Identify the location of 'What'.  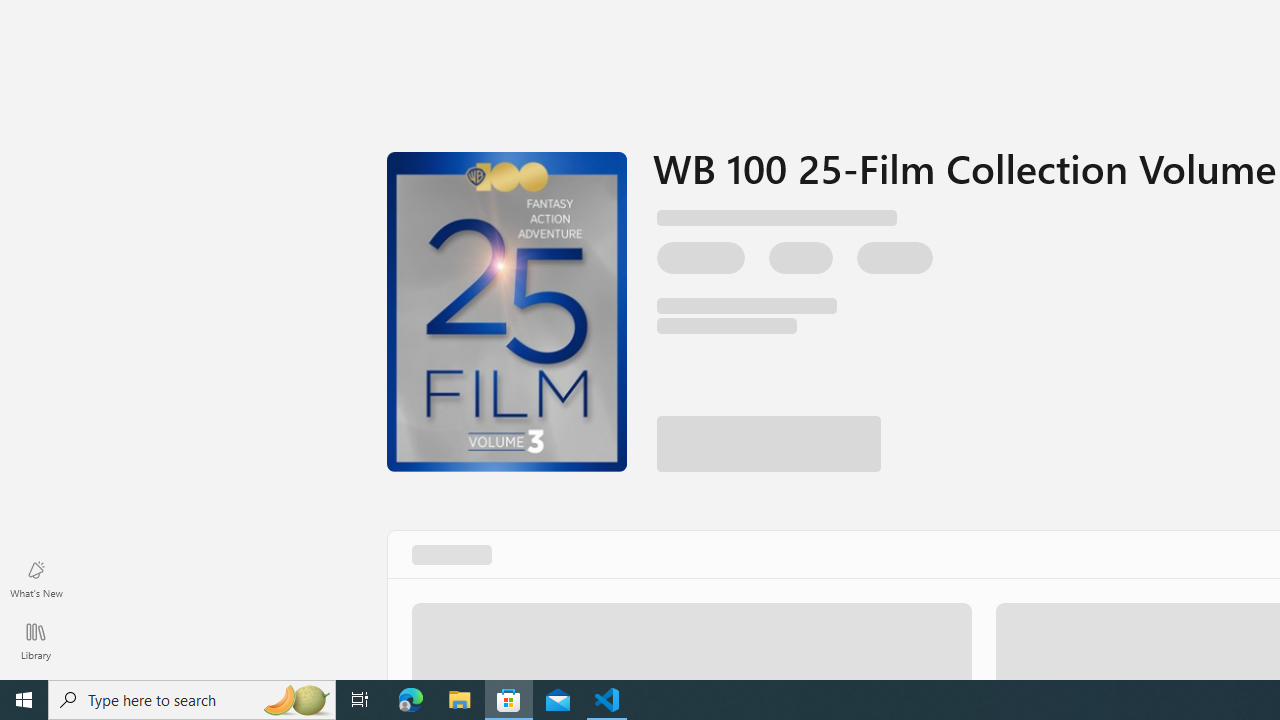
(35, 578).